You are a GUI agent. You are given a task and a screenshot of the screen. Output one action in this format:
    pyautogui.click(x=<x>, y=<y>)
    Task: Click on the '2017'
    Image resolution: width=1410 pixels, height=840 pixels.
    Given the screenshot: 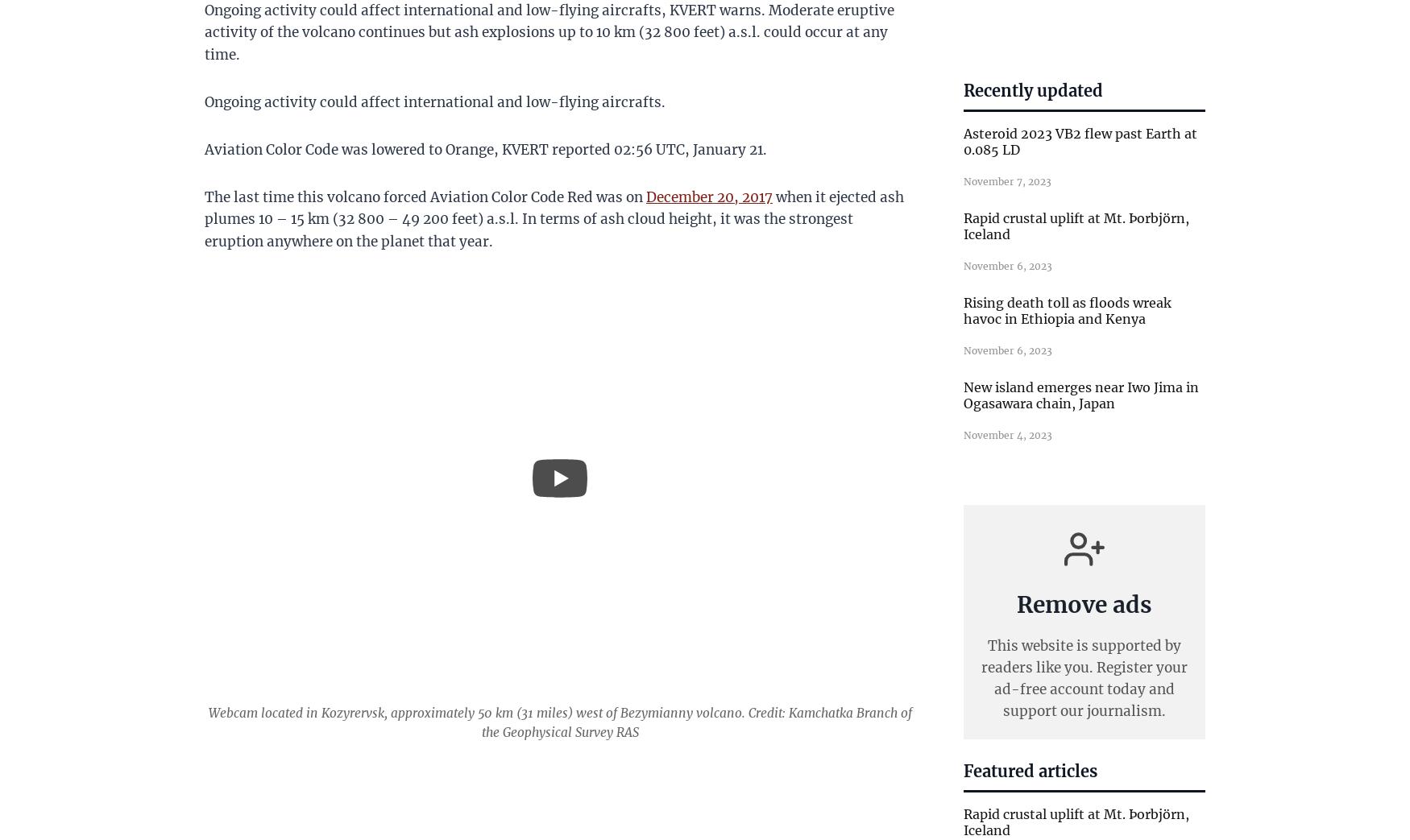 What is the action you would take?
    pyautogui.click(x=757, y=197)
    